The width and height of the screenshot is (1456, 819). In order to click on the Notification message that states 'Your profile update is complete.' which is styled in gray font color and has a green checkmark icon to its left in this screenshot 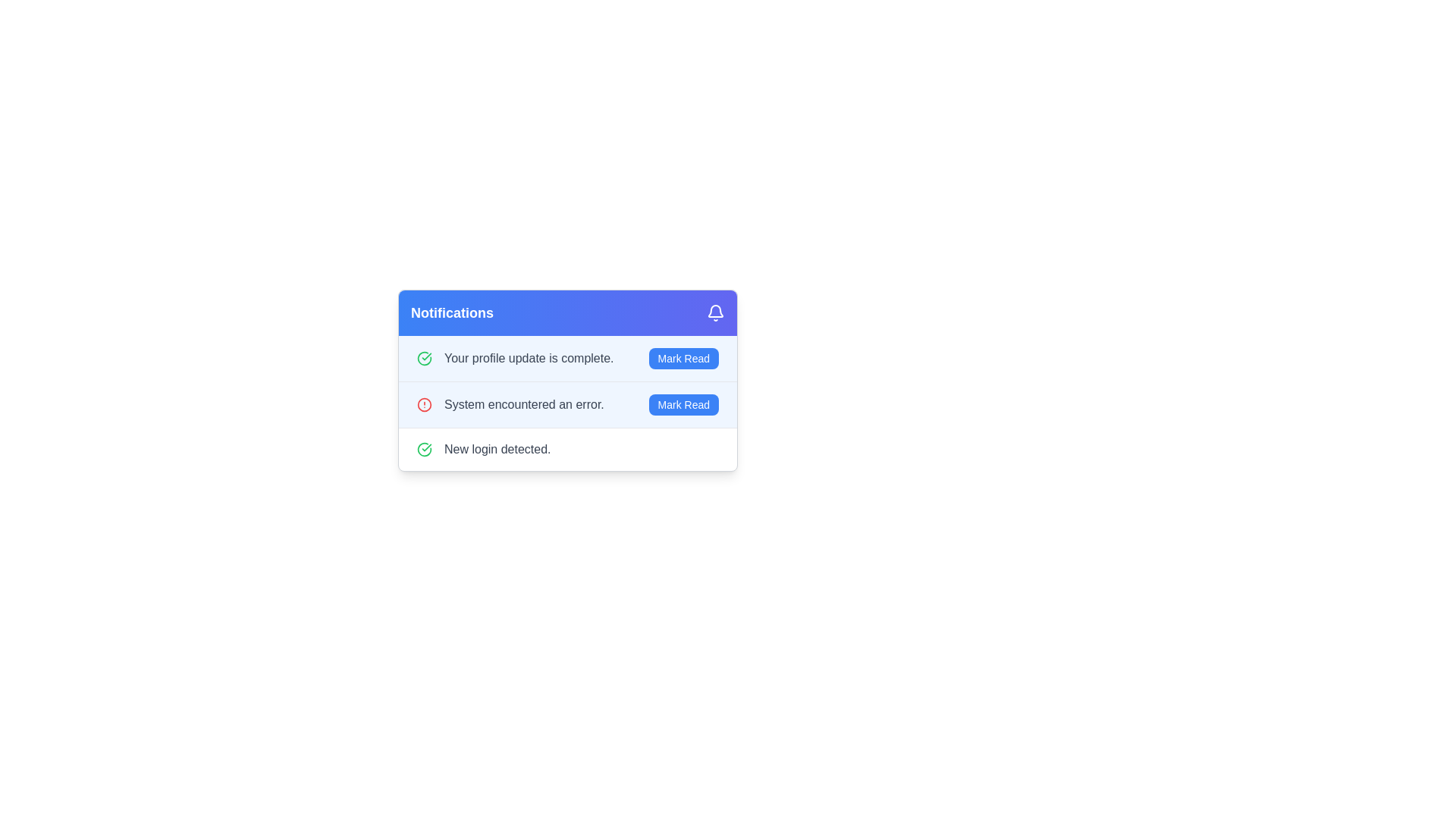, I will do `click(515, 359)`.